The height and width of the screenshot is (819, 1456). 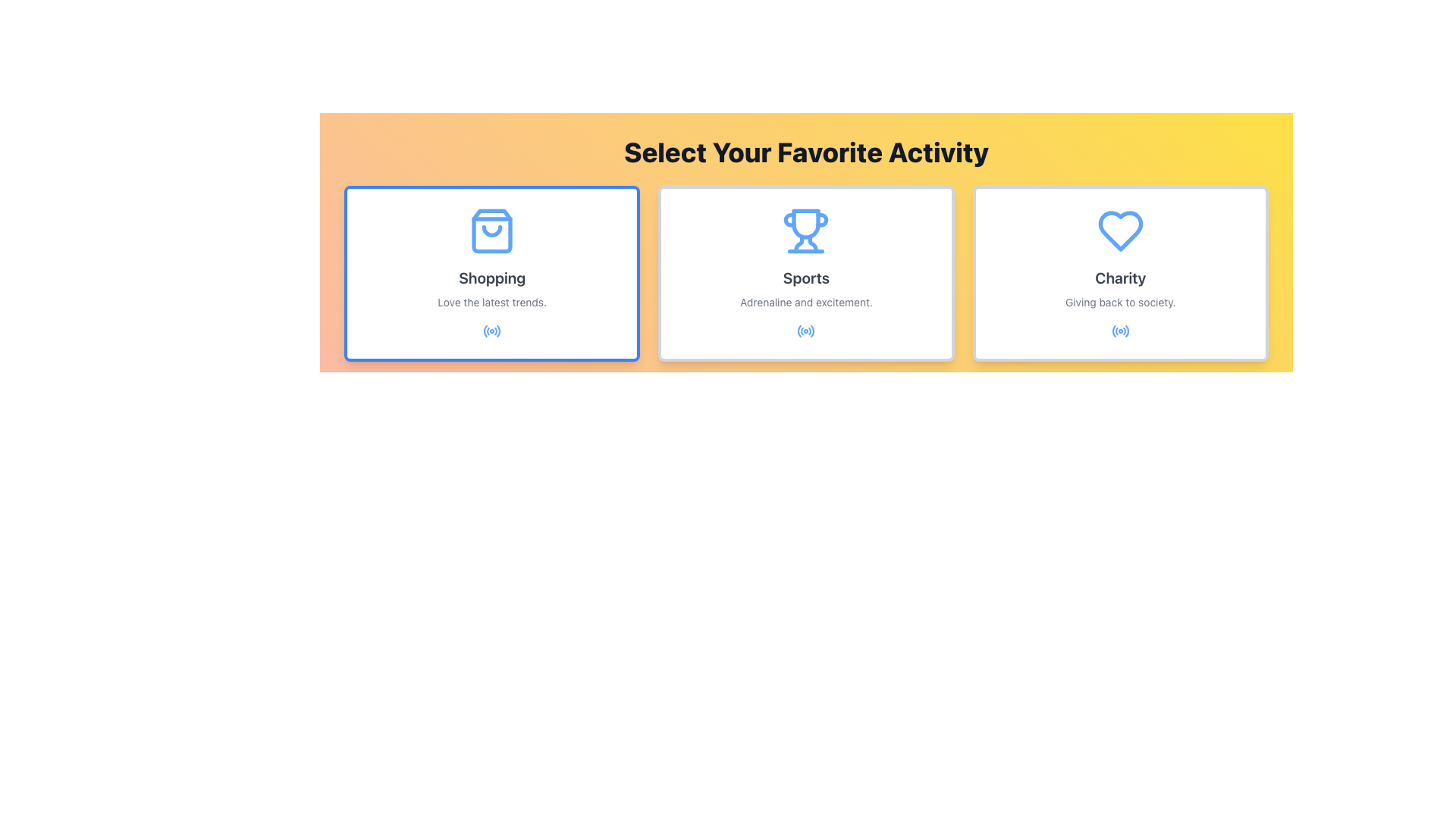 I want to click on the circular radio icon with blue lines located below the 'Shopping' text in the 'Shopping' card, so click(x=492, y=330).